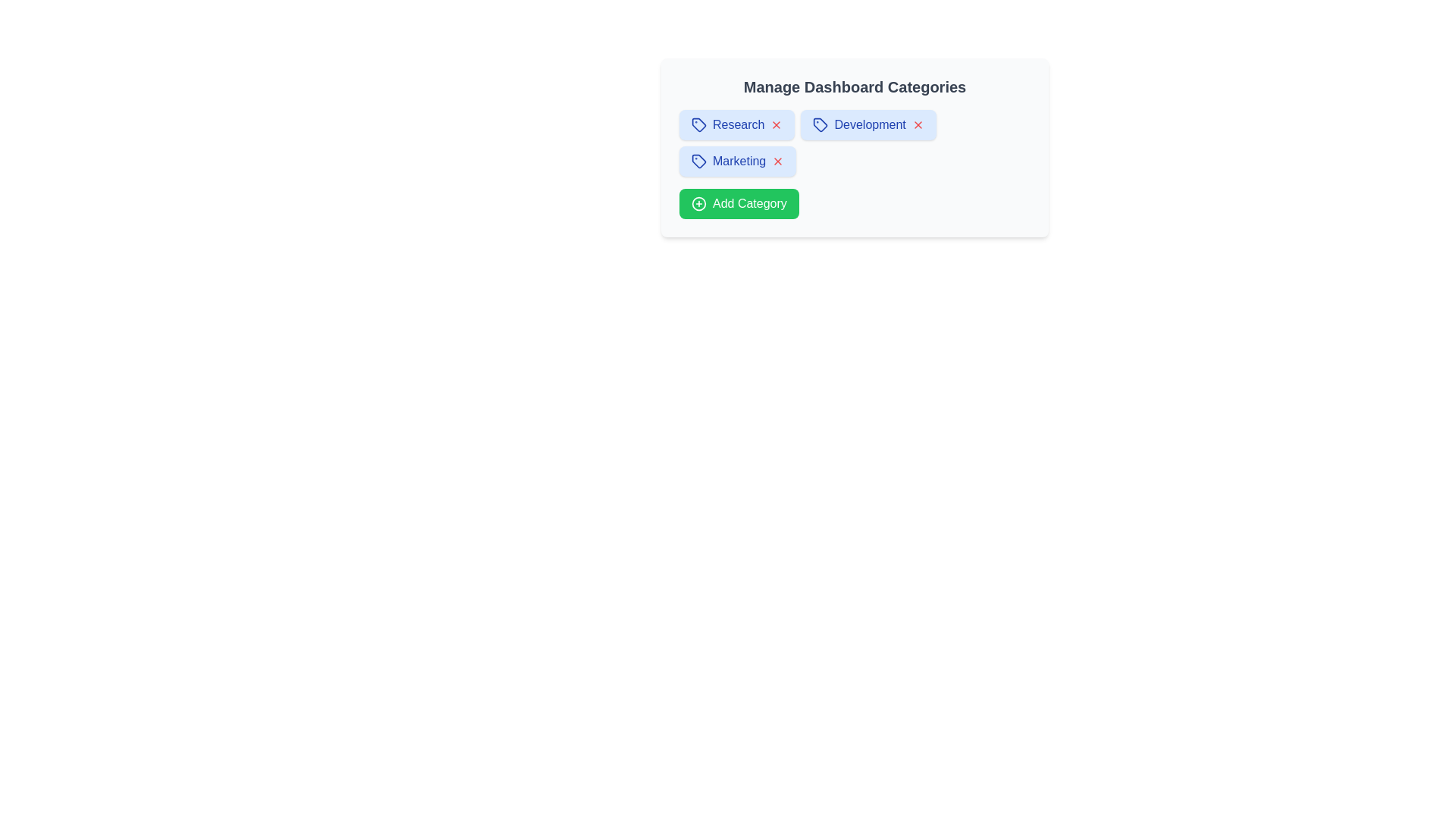  I want to click on the heading 'Manage Dashboard Categories' to focus on it, so click(855, 87).